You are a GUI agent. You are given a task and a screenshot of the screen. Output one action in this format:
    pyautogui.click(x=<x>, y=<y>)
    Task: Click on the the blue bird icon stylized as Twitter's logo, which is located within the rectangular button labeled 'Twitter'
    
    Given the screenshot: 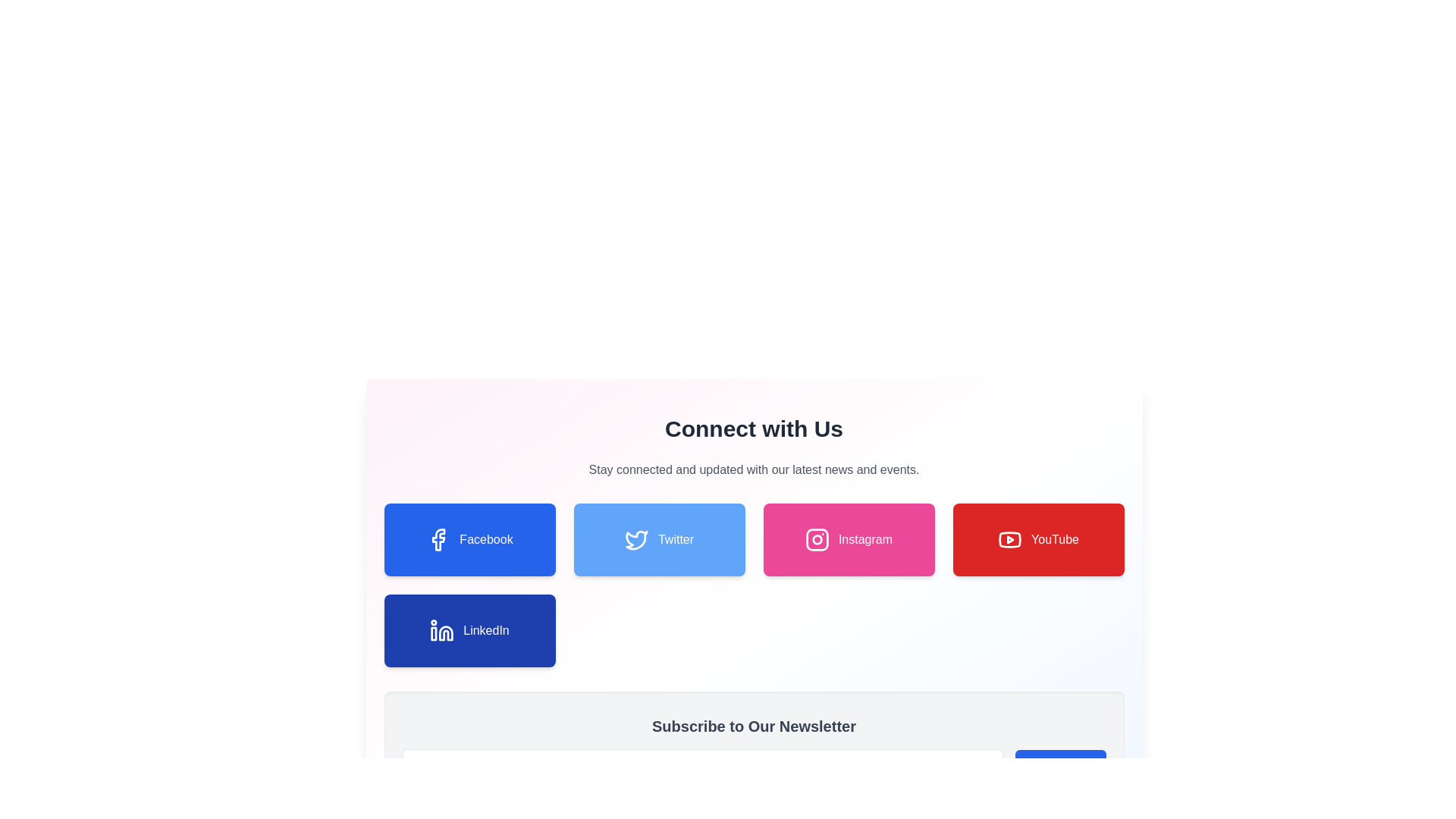 What is the action you would take?
    pyautogui.click(x=637, y=539)
    